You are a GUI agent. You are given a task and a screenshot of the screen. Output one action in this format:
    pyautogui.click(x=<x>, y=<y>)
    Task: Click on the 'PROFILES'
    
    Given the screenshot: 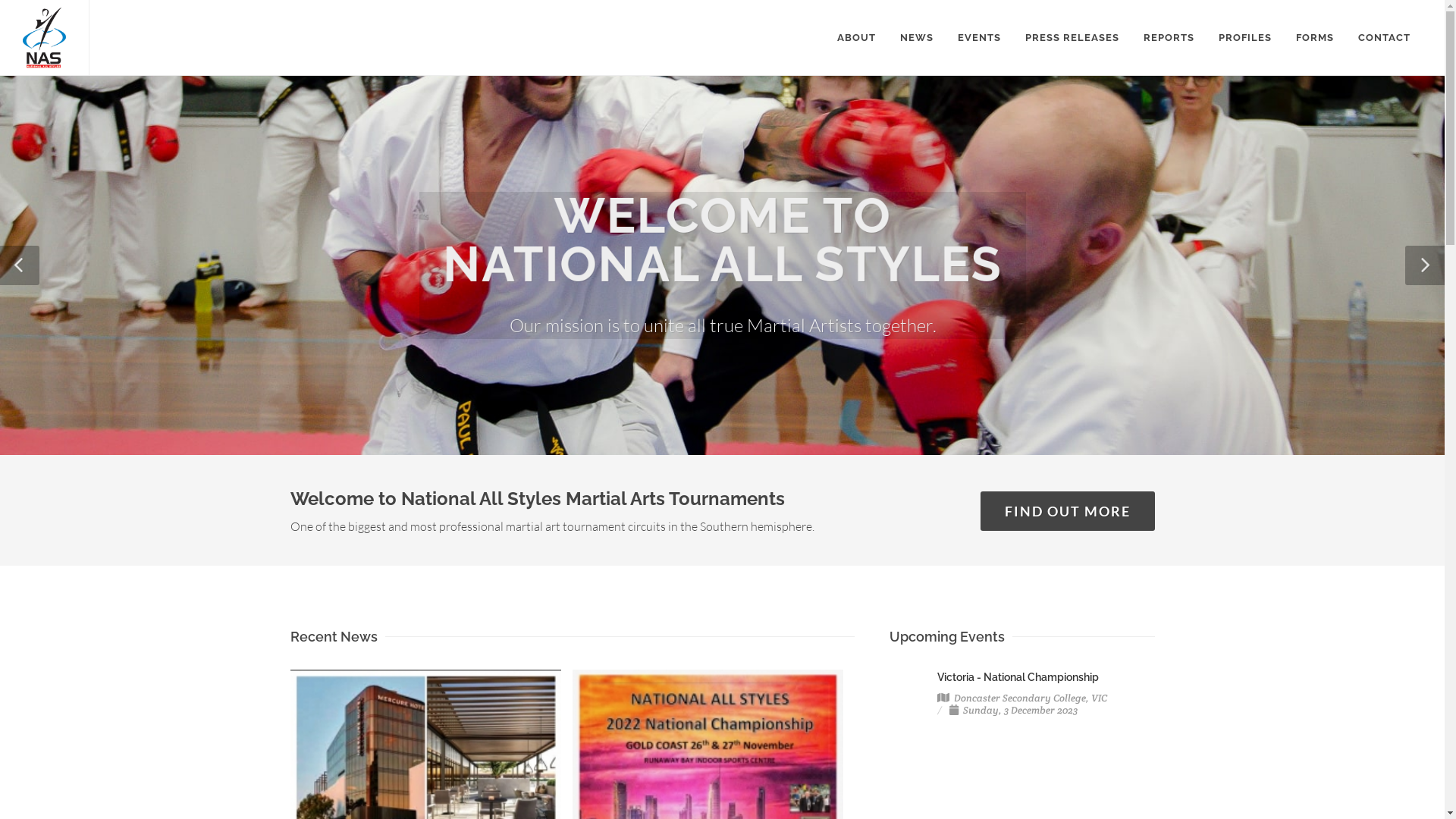 What is the action you would take?
    pyautogui.click(x=1207, y=37)
    